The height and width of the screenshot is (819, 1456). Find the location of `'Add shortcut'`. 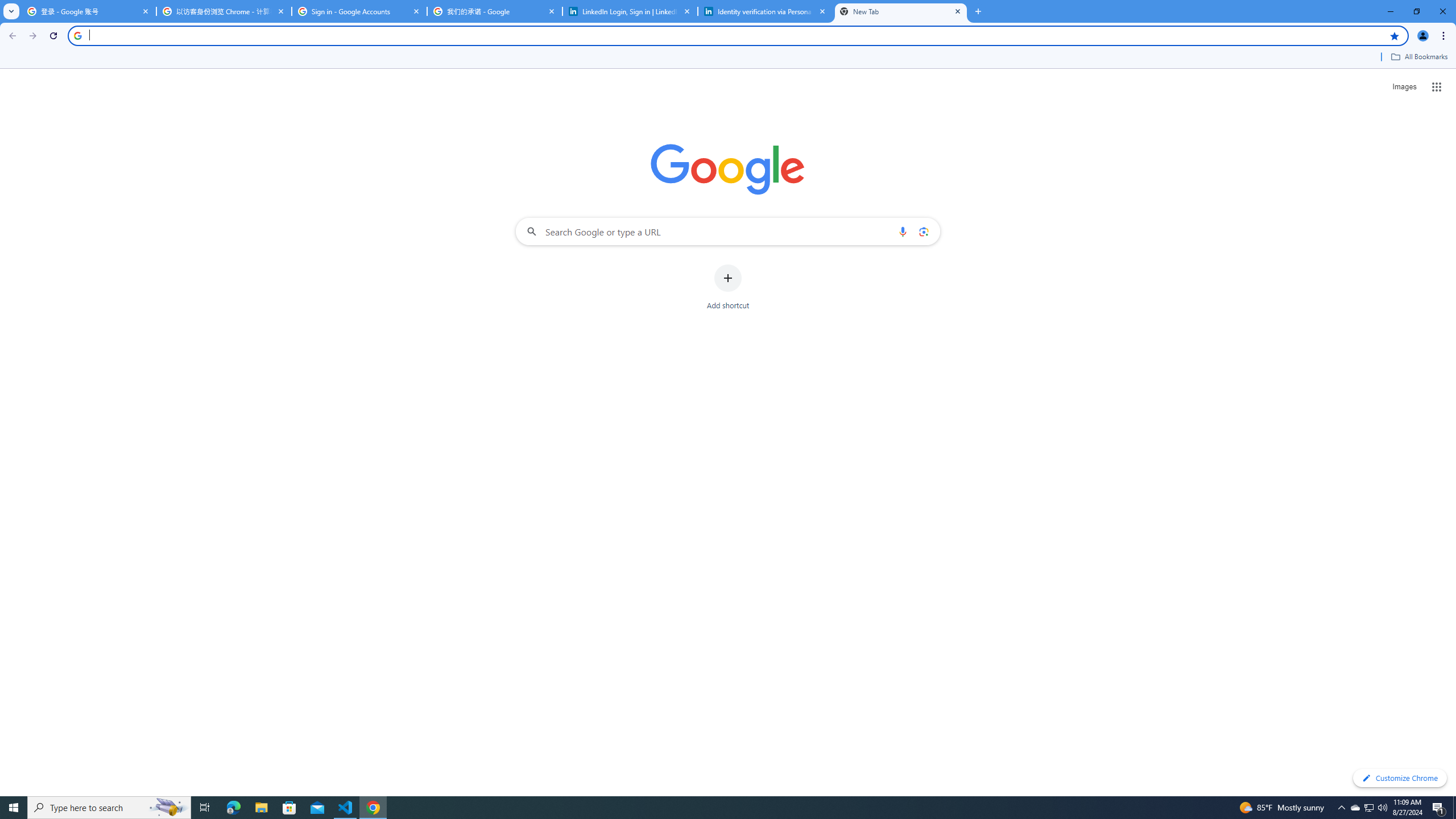

'Add shortcut' is located at coordinates (728, 287).